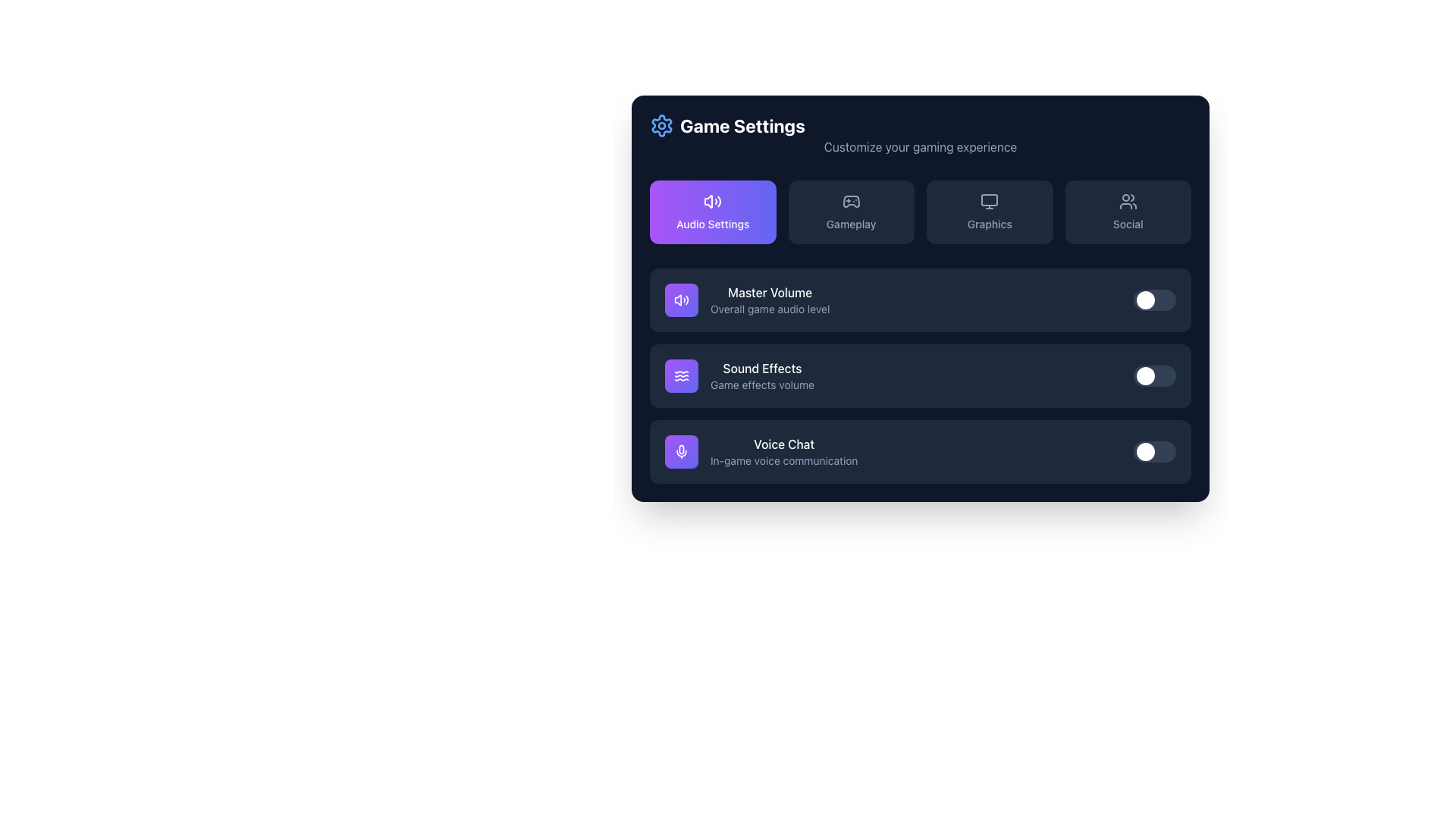 The height and width of the screenshot is (819, 1456). I want to click on the 'Social' label within the navigation button located in the upper-right section of the grouped navigation interface, so click(1128, 224).